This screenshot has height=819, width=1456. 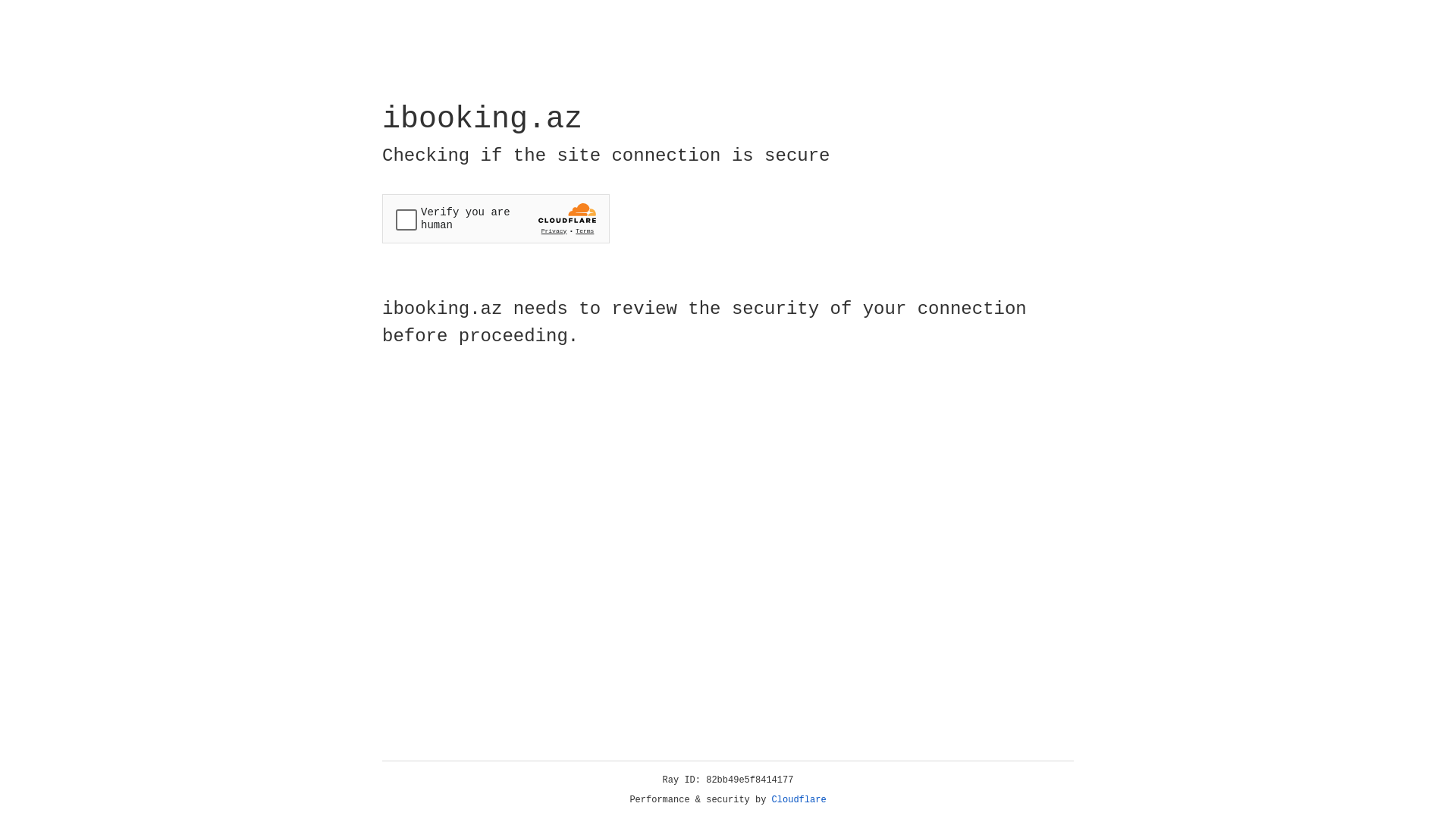 I want to click on 'Cloudflare', so click(x=799, y=799).